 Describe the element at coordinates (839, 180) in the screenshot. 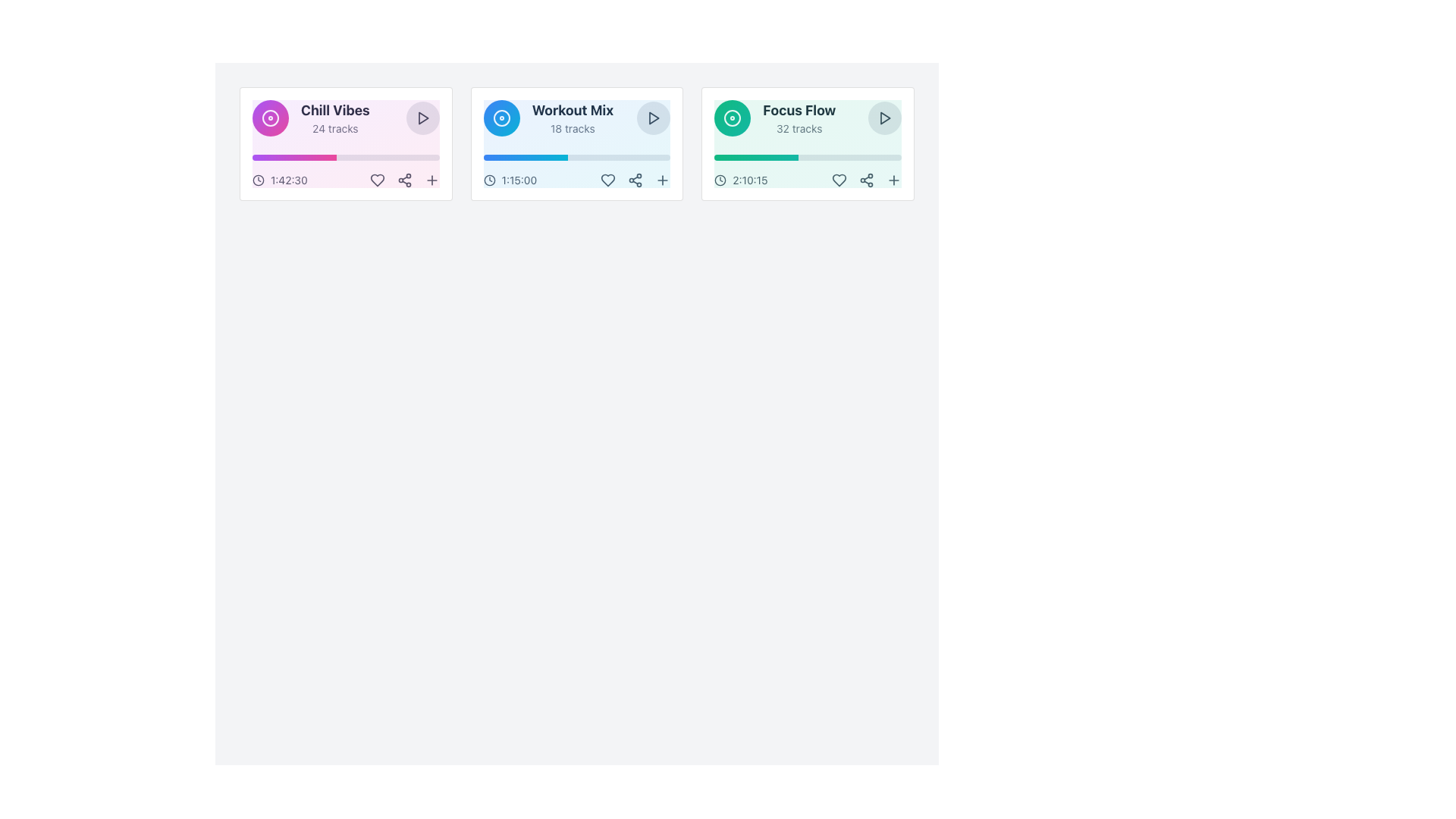

I see `the heart-shaped icon representing a 'like' or 'favorite' action` at that location.